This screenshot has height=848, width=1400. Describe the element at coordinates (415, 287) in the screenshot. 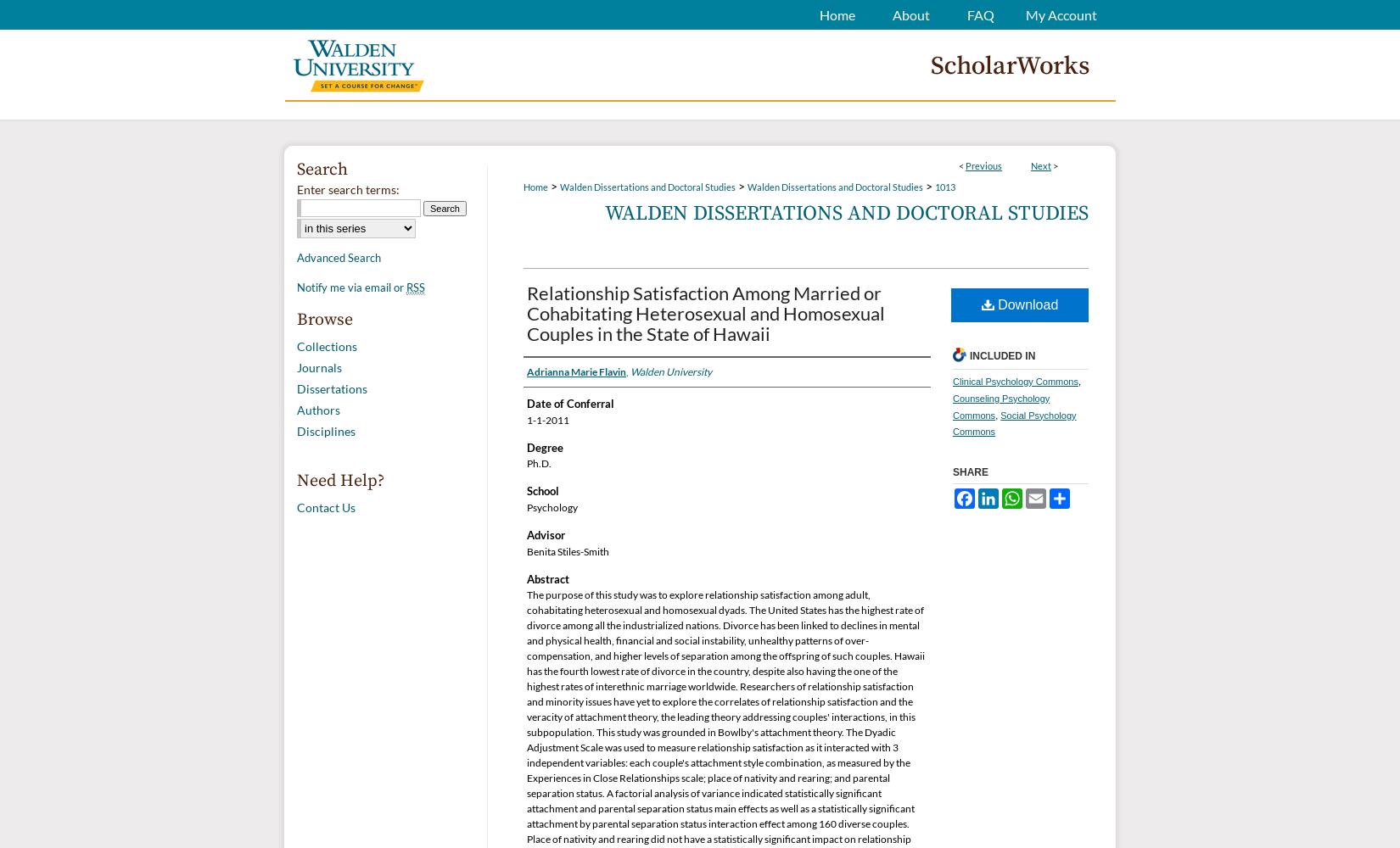

I see `'RSS'` at that location.